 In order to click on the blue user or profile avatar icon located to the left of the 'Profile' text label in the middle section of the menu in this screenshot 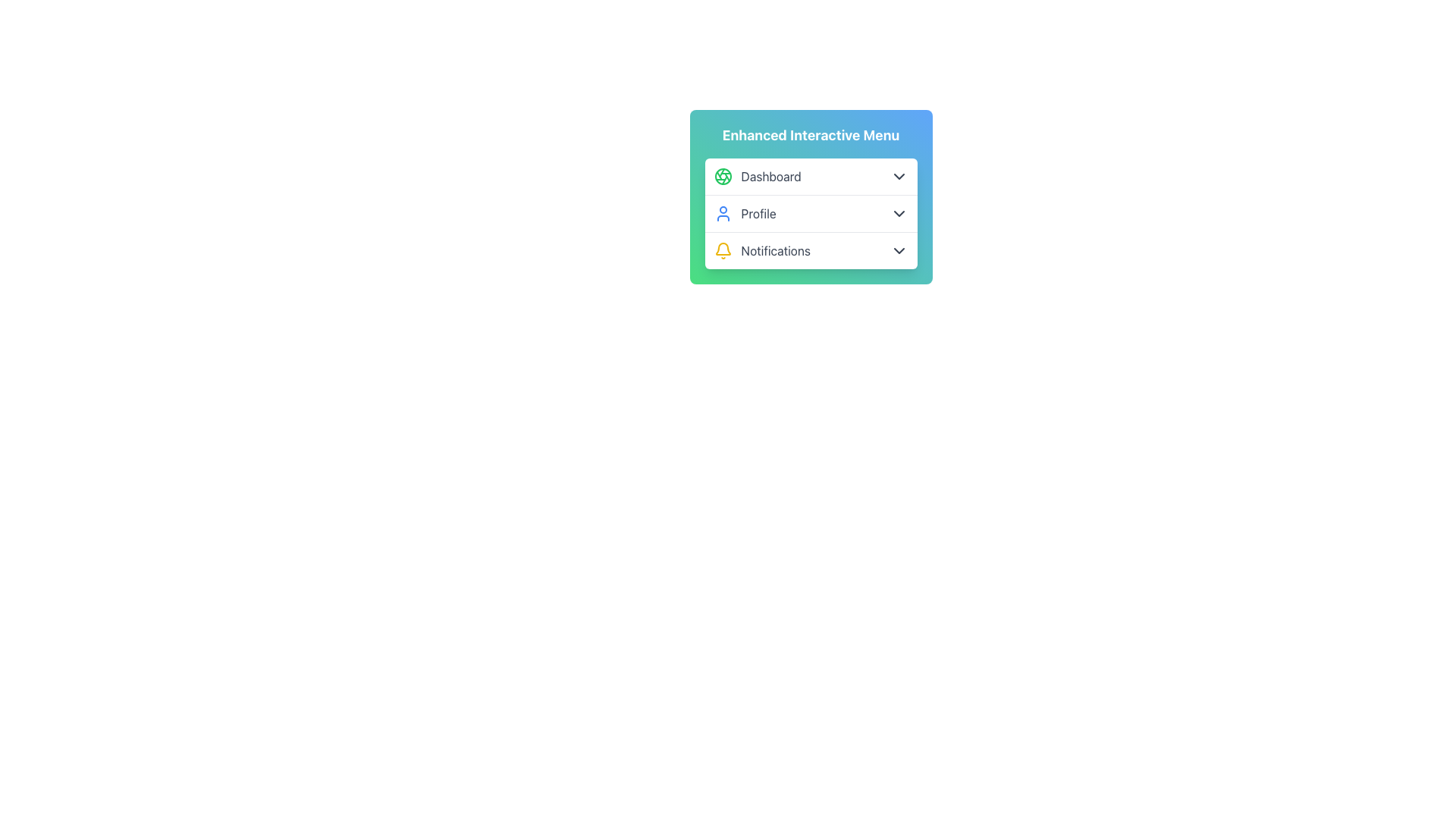, I will do `click(722, 213)`.